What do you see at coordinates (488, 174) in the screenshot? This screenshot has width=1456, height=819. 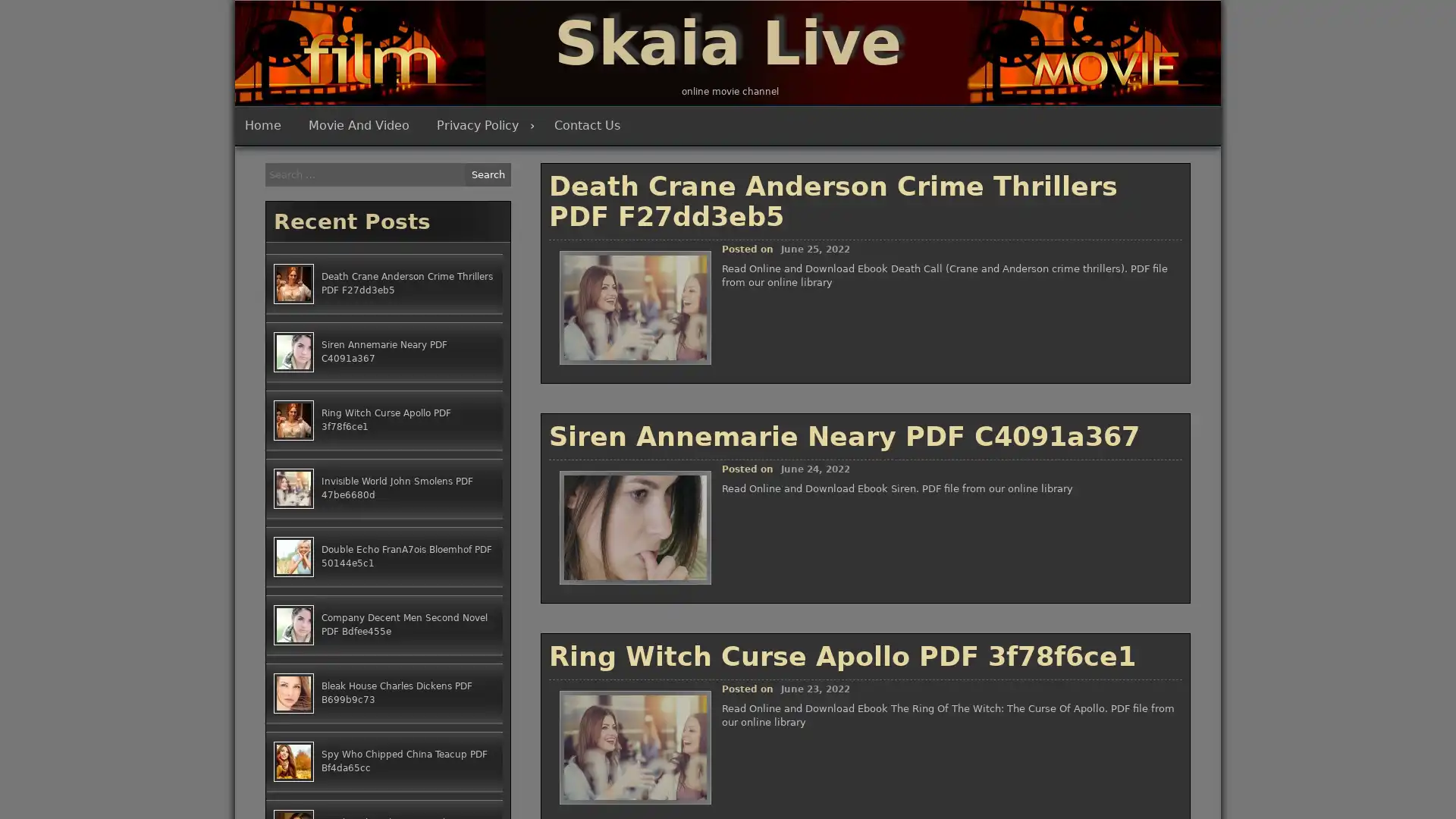 I see `Search` at bounding box center [488, 174].